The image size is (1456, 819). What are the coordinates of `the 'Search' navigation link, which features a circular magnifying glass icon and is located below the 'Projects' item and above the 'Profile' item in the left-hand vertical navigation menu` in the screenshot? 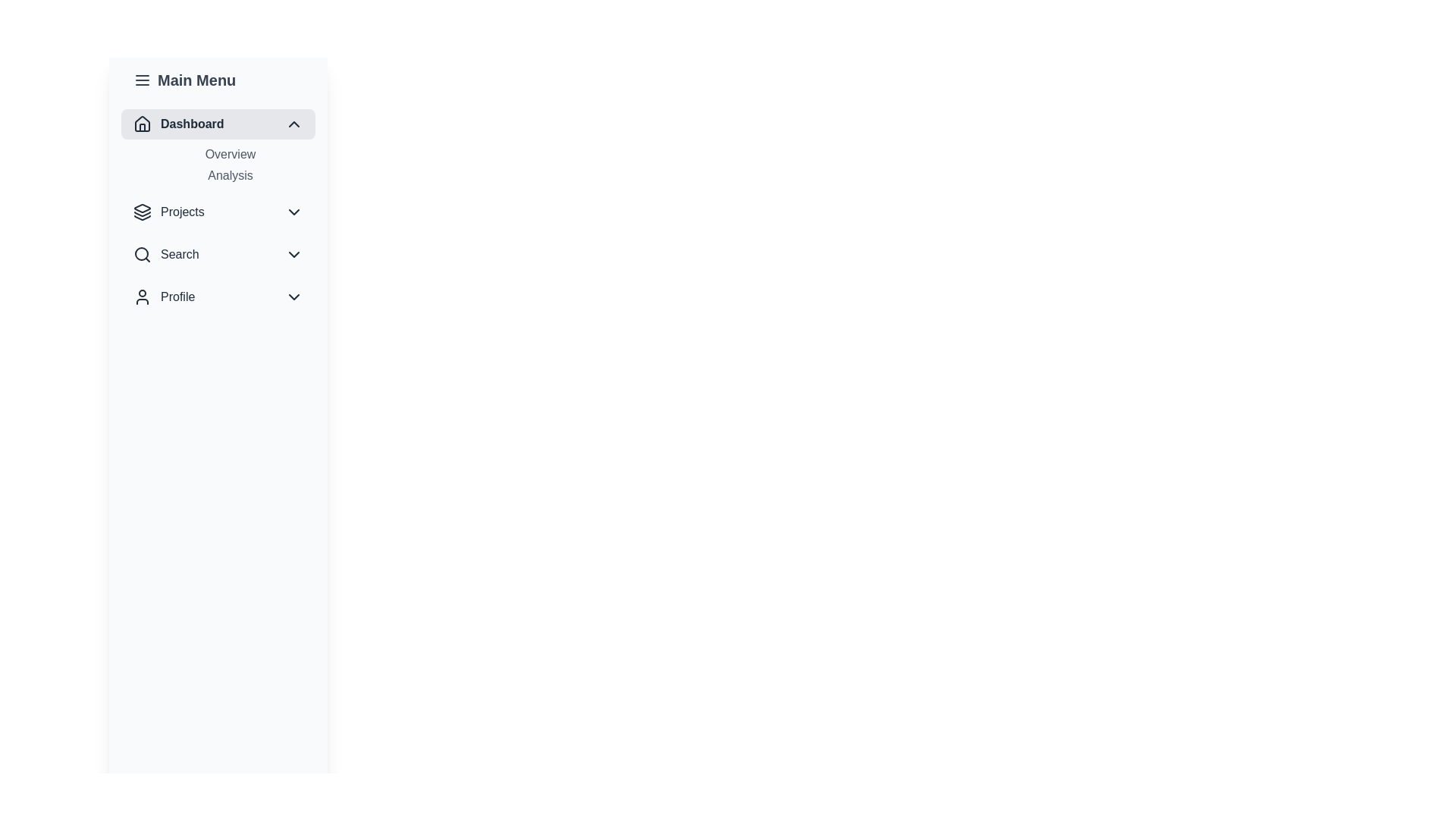 It's located at (166, 253).